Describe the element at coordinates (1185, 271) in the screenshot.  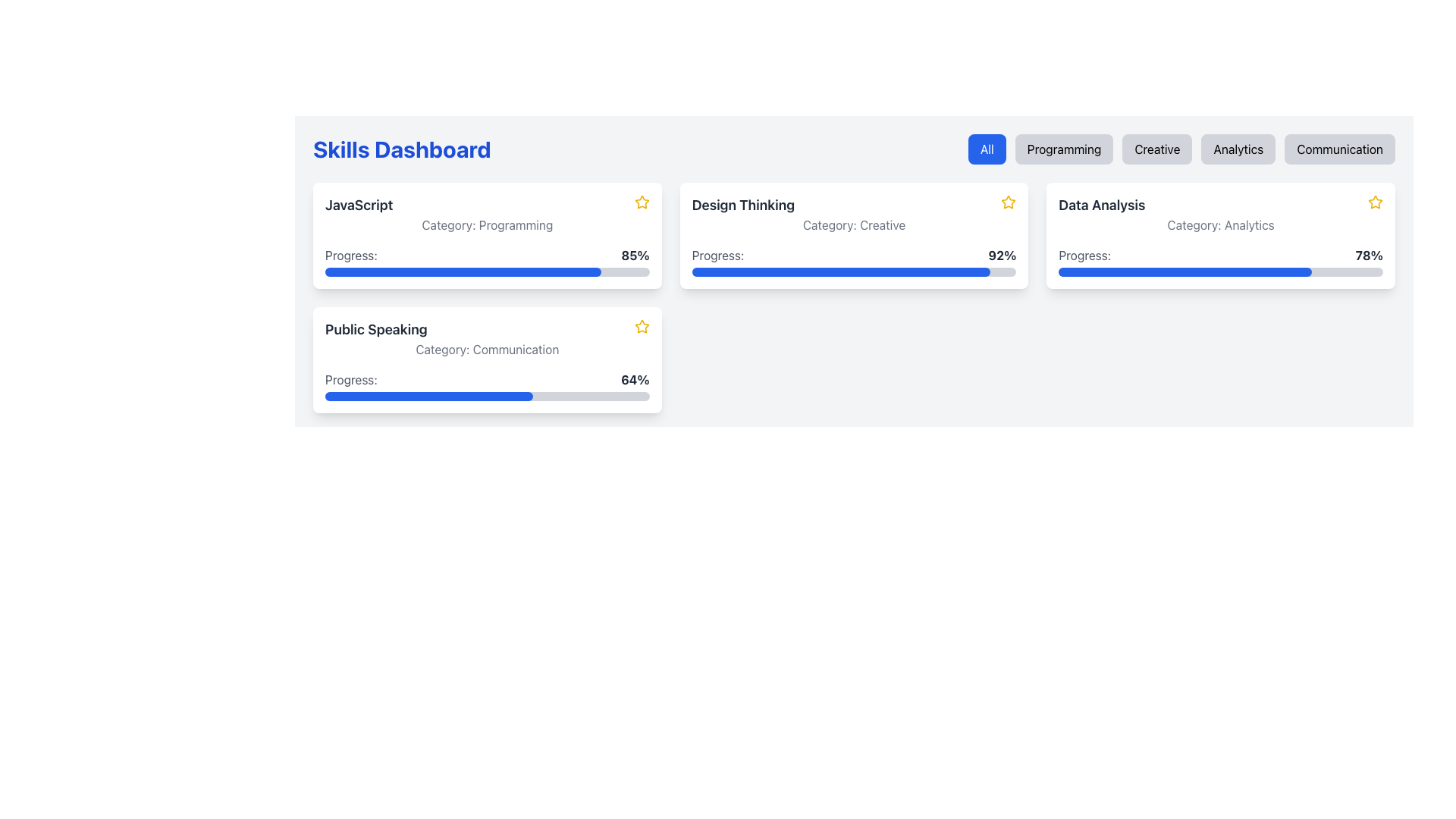
I see `the filled portion of the progress bar that indicates 78% progress for the 'Data Analysis' skill` at that location.